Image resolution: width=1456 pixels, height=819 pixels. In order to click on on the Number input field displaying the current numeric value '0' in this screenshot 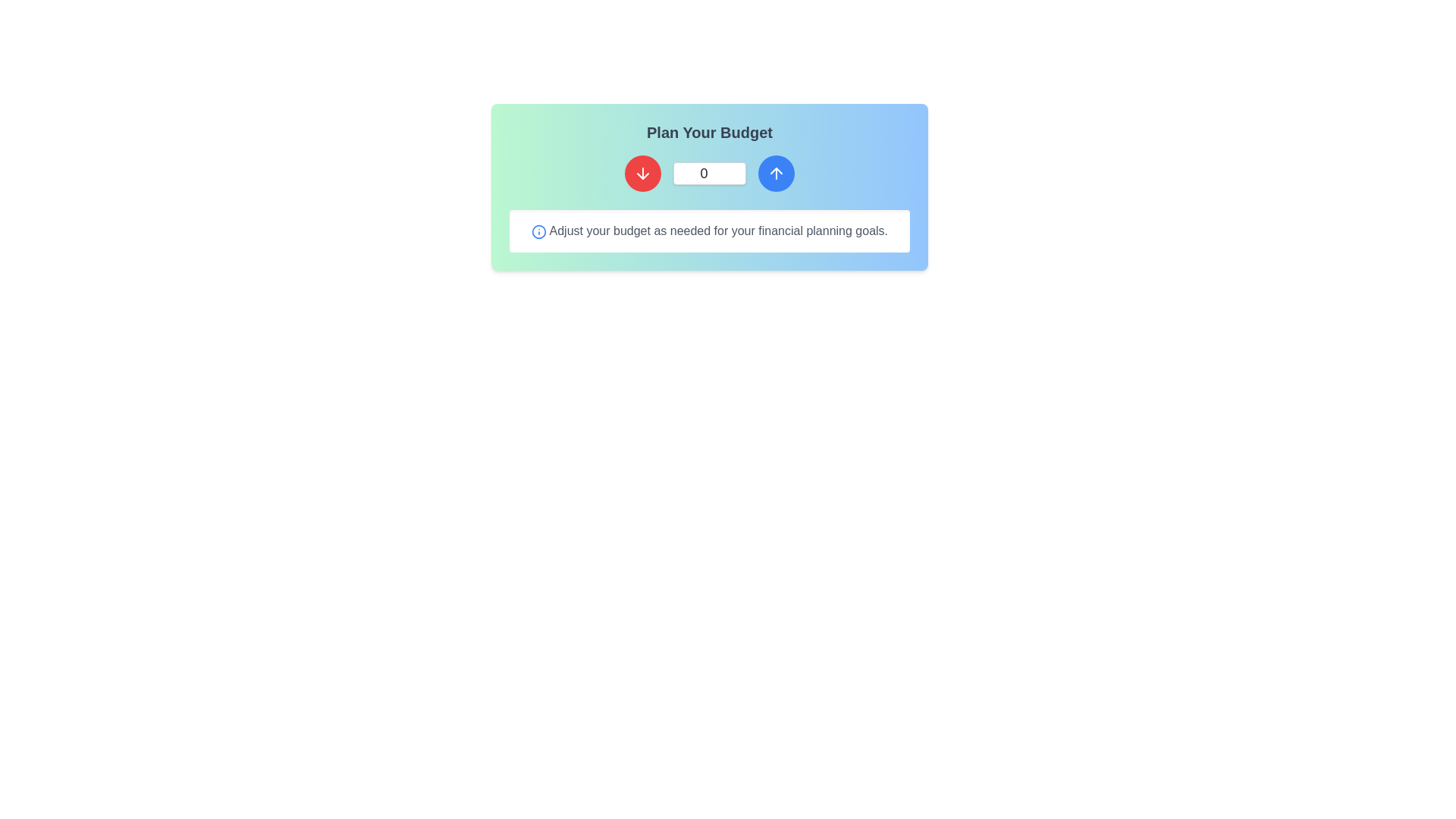, I will do `click(709, 172)`.